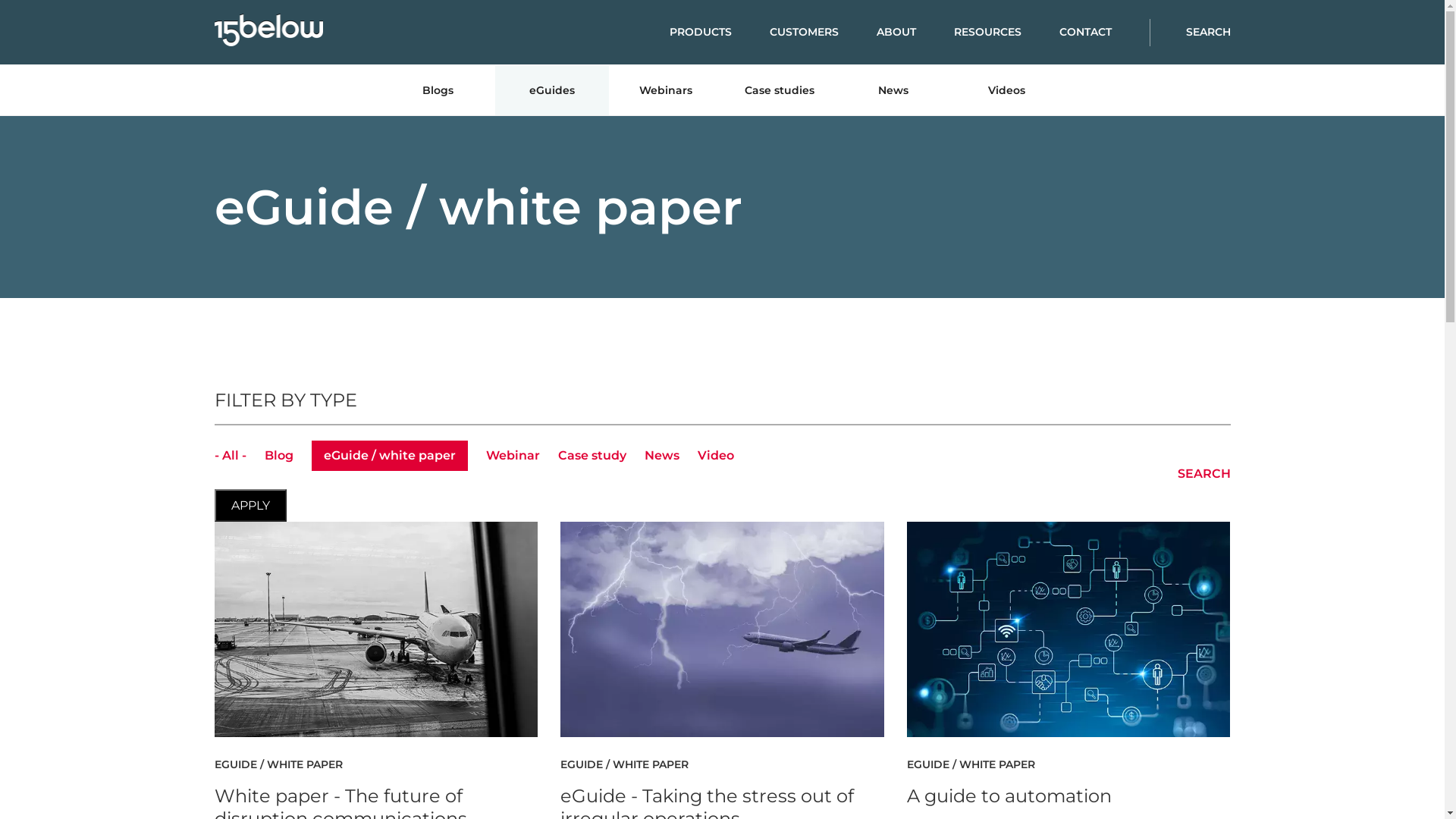 This screenshot has height=819, width=1456. I want to click on 'Videos', so click(1006, 90).